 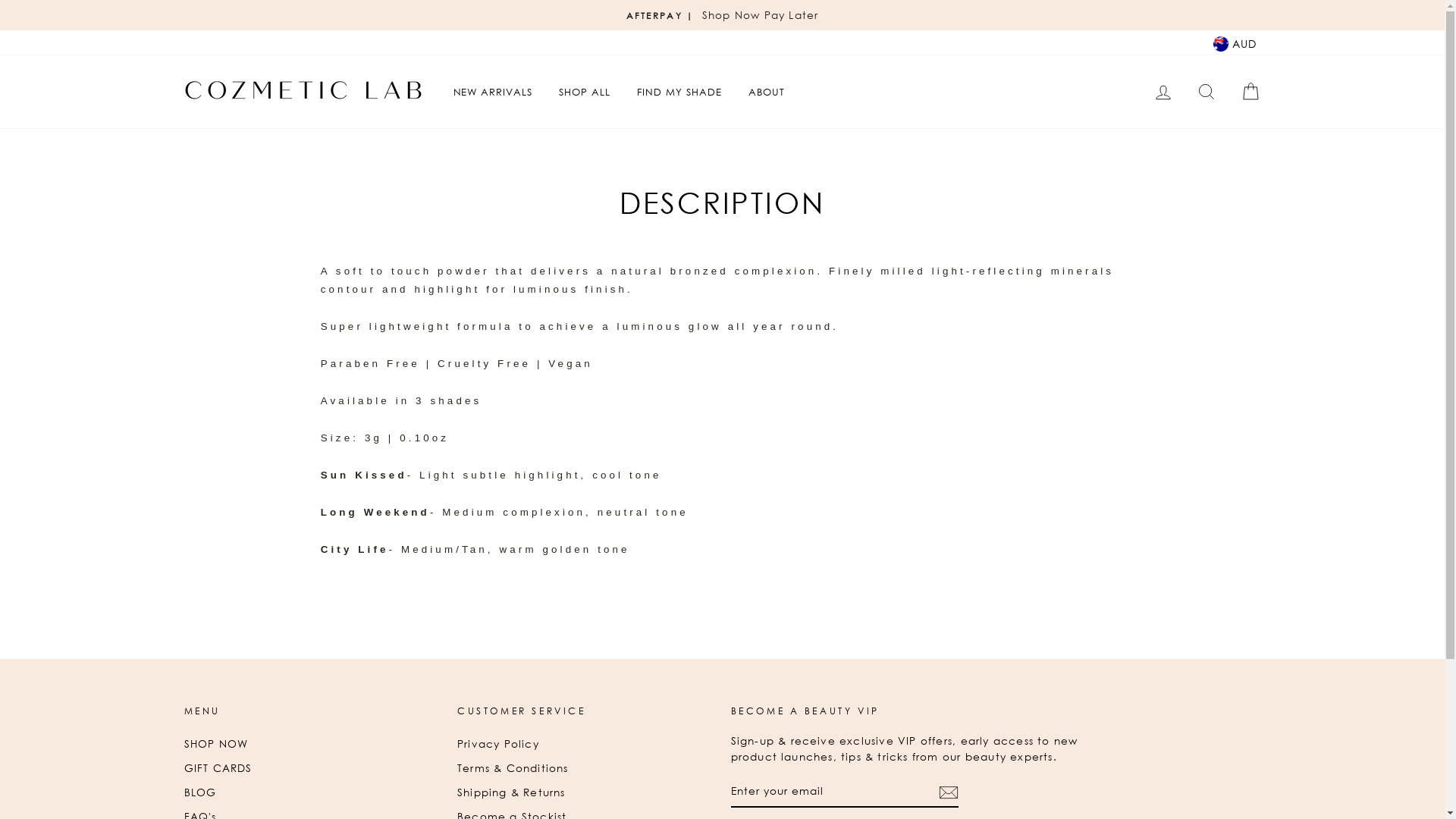 What do you see at coordinates (457, 792) in the screenshot?
I see `'Shipping & Returns'` at bounding box center [457, 792].